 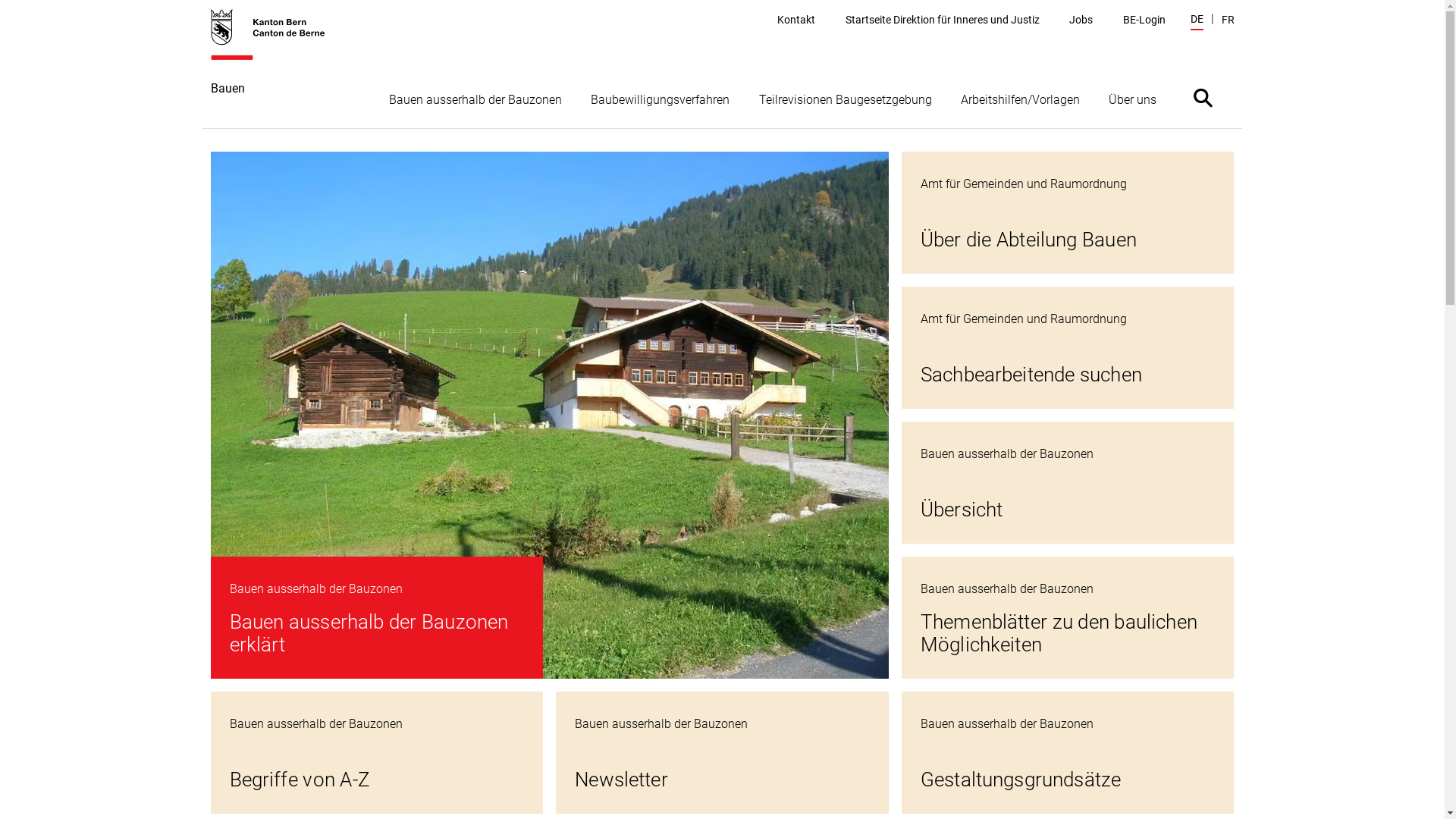 I want to click on 'DE', so click(x=1196, y=20).